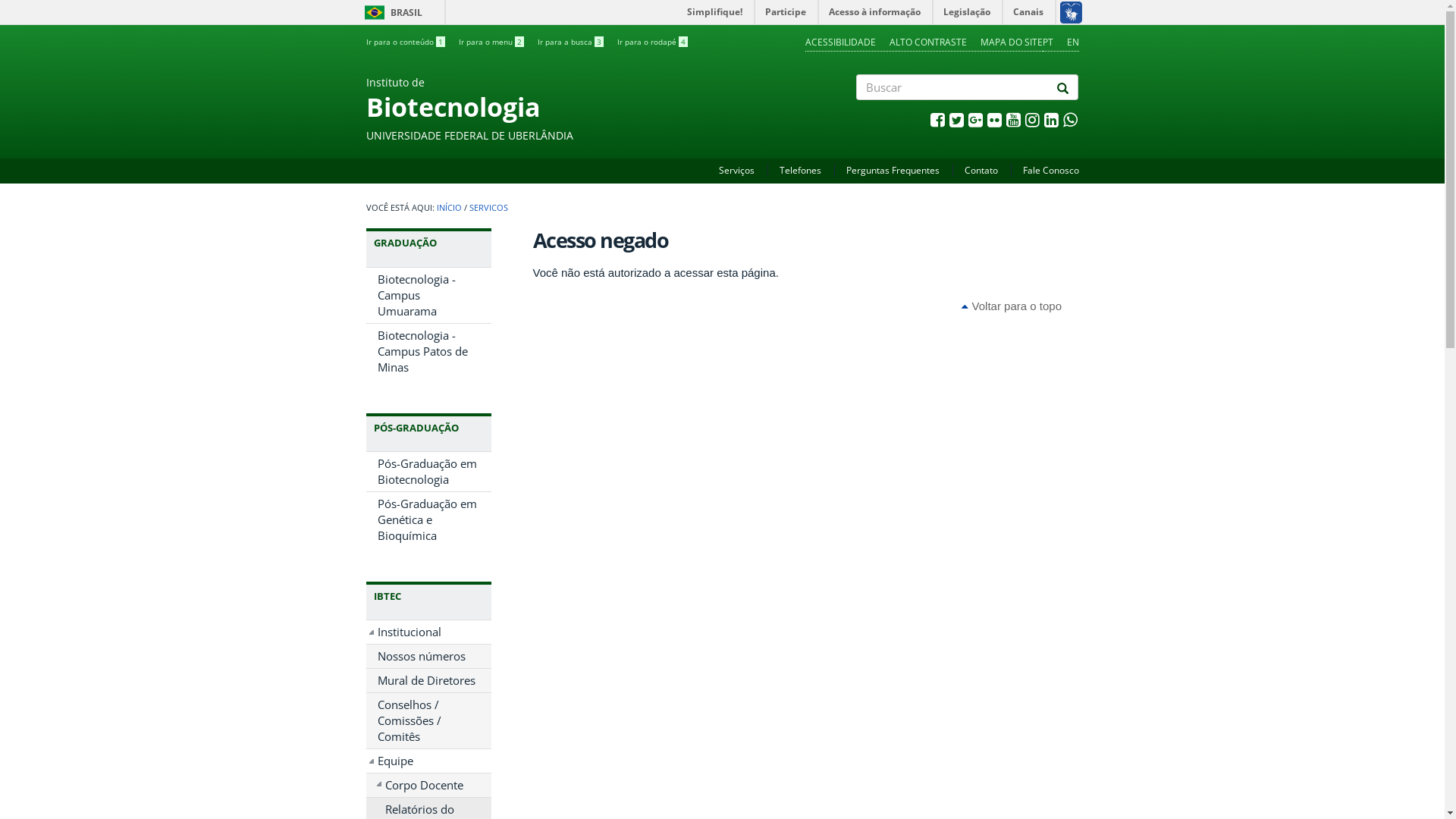 The width and height of the screenshot is (1456, 819). I want to click on 'ACESSIBILIDADE', so click(839, 41).